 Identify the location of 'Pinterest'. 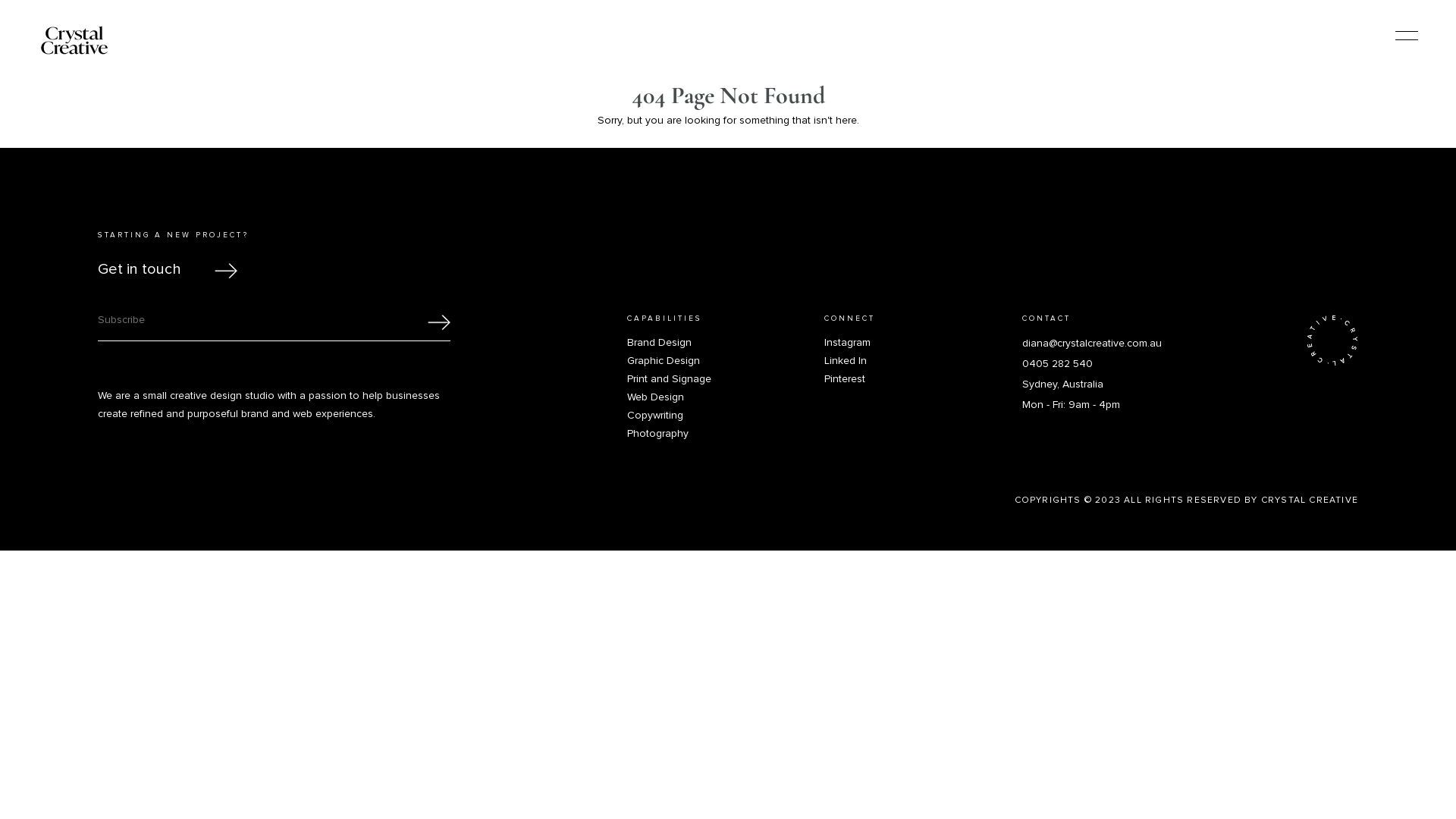
(922, 378).